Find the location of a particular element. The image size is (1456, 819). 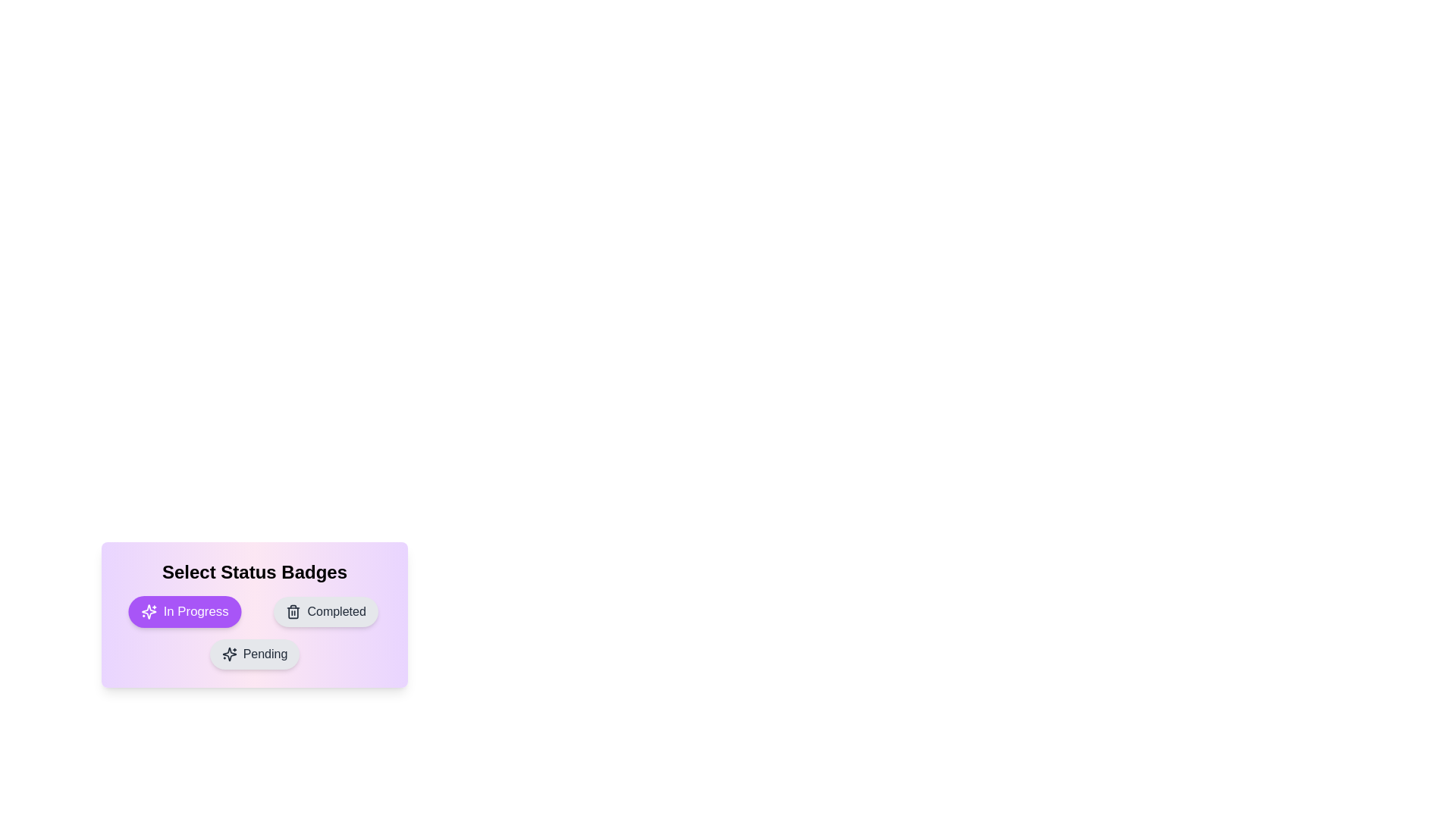

the badge labeled Pending is located at coordinates (255, 654).